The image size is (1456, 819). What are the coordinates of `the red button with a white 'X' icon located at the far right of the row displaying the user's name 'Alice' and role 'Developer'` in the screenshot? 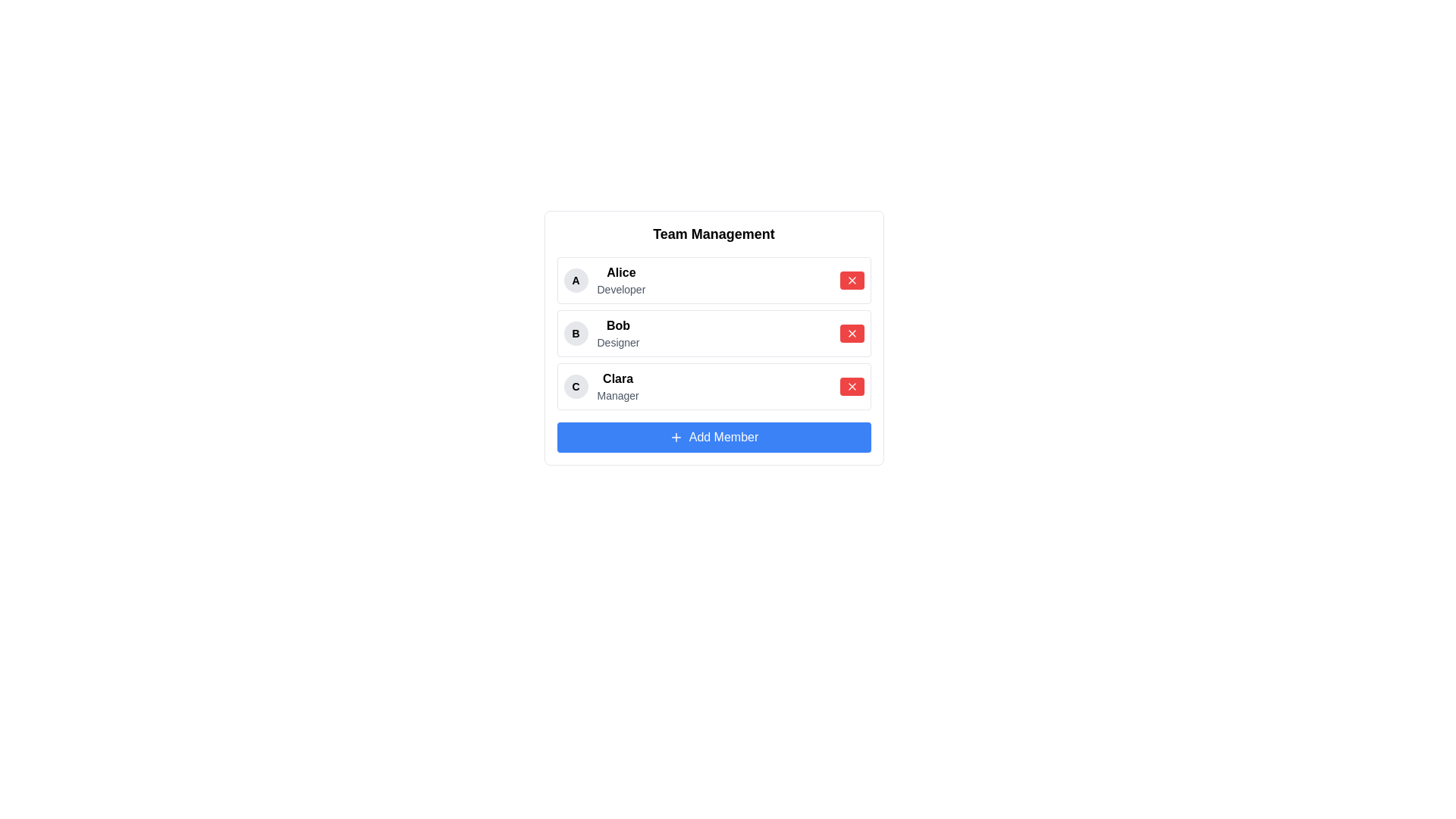 It's located at (852, 281).